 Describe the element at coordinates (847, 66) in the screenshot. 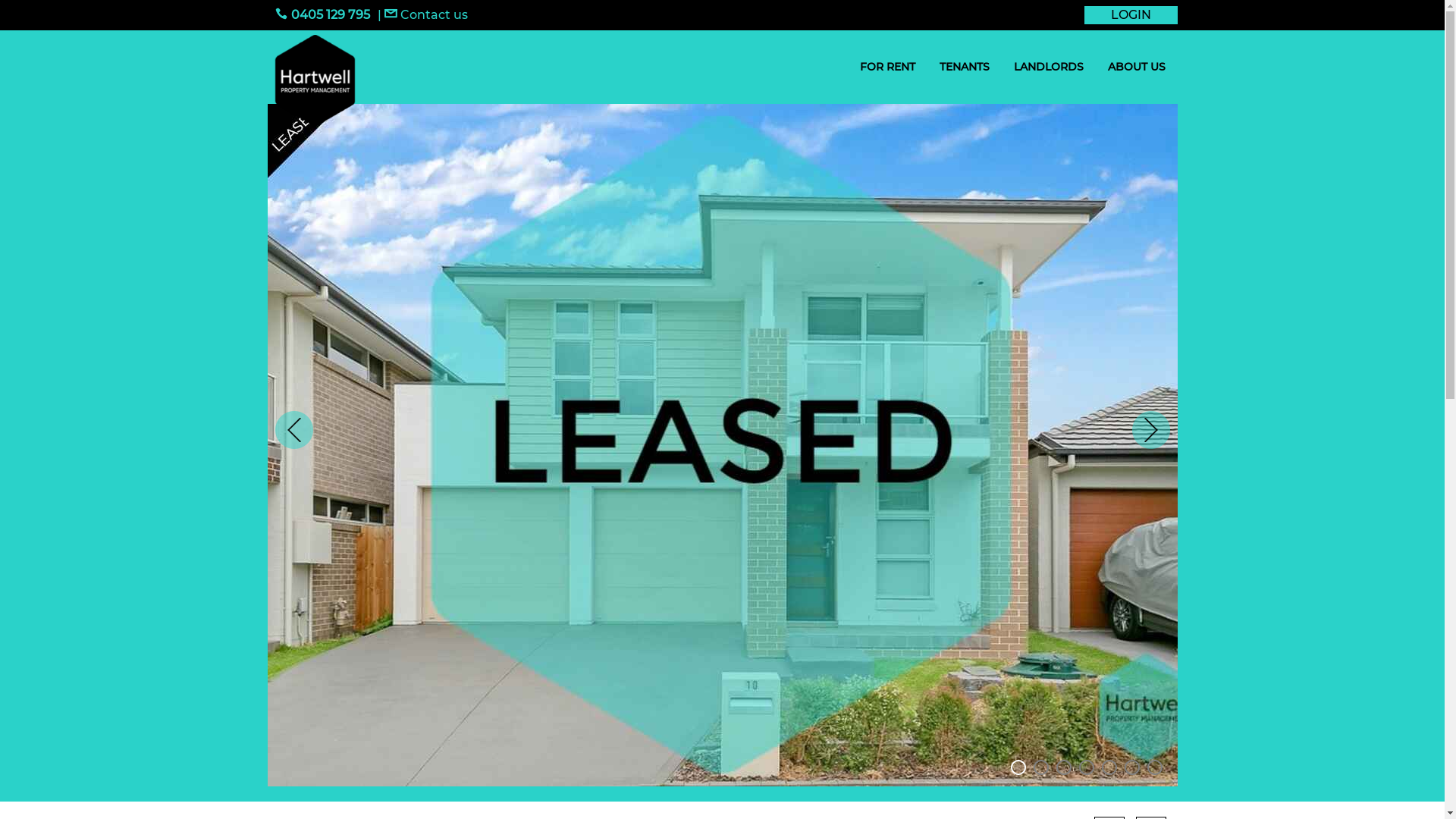

I see `'FOR RENT'` at that location.